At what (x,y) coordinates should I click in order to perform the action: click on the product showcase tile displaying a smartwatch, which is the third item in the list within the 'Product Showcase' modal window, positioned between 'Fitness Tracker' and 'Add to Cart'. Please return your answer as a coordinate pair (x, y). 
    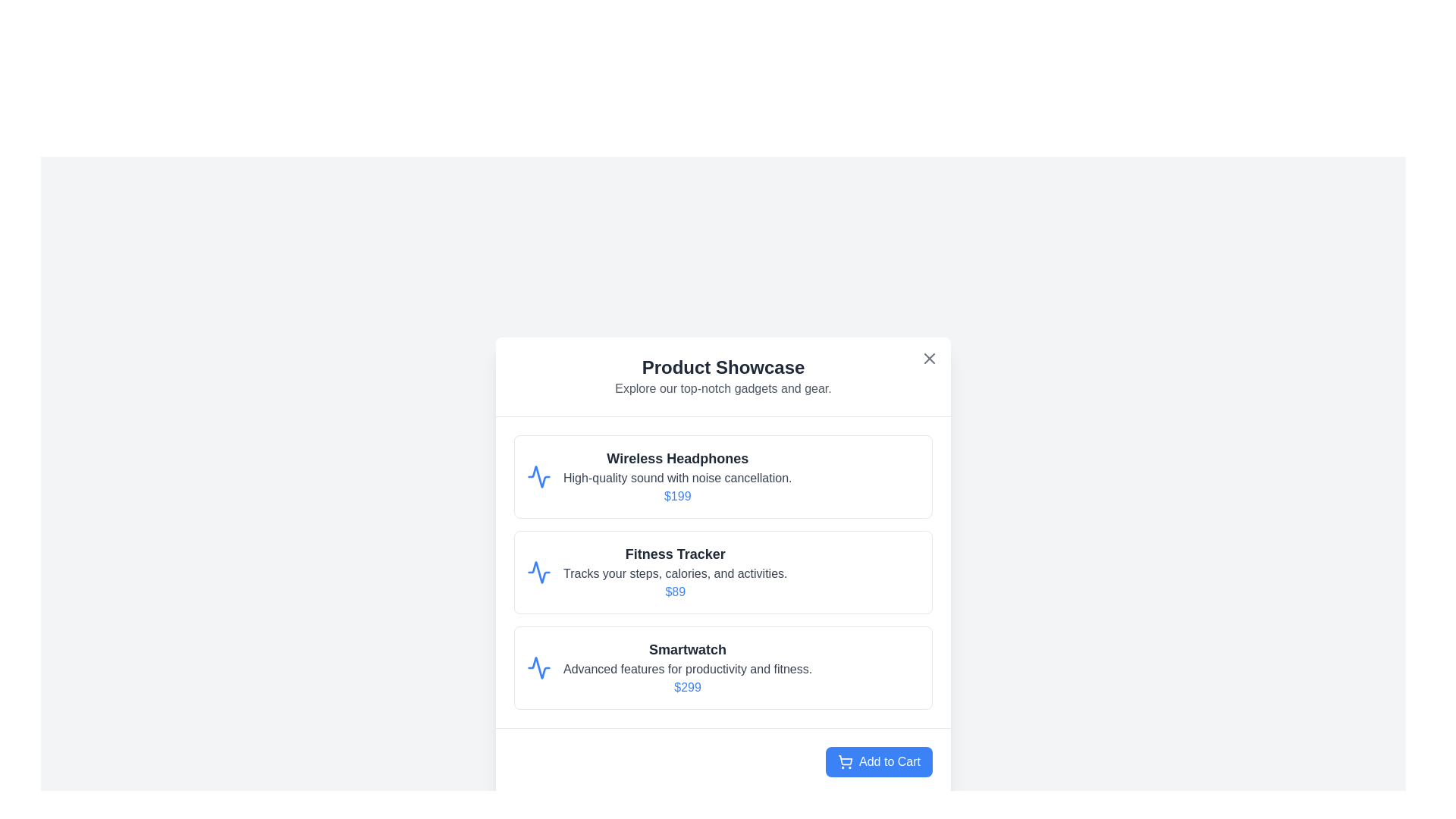
    Looking at the image, I should click on (723, 667).